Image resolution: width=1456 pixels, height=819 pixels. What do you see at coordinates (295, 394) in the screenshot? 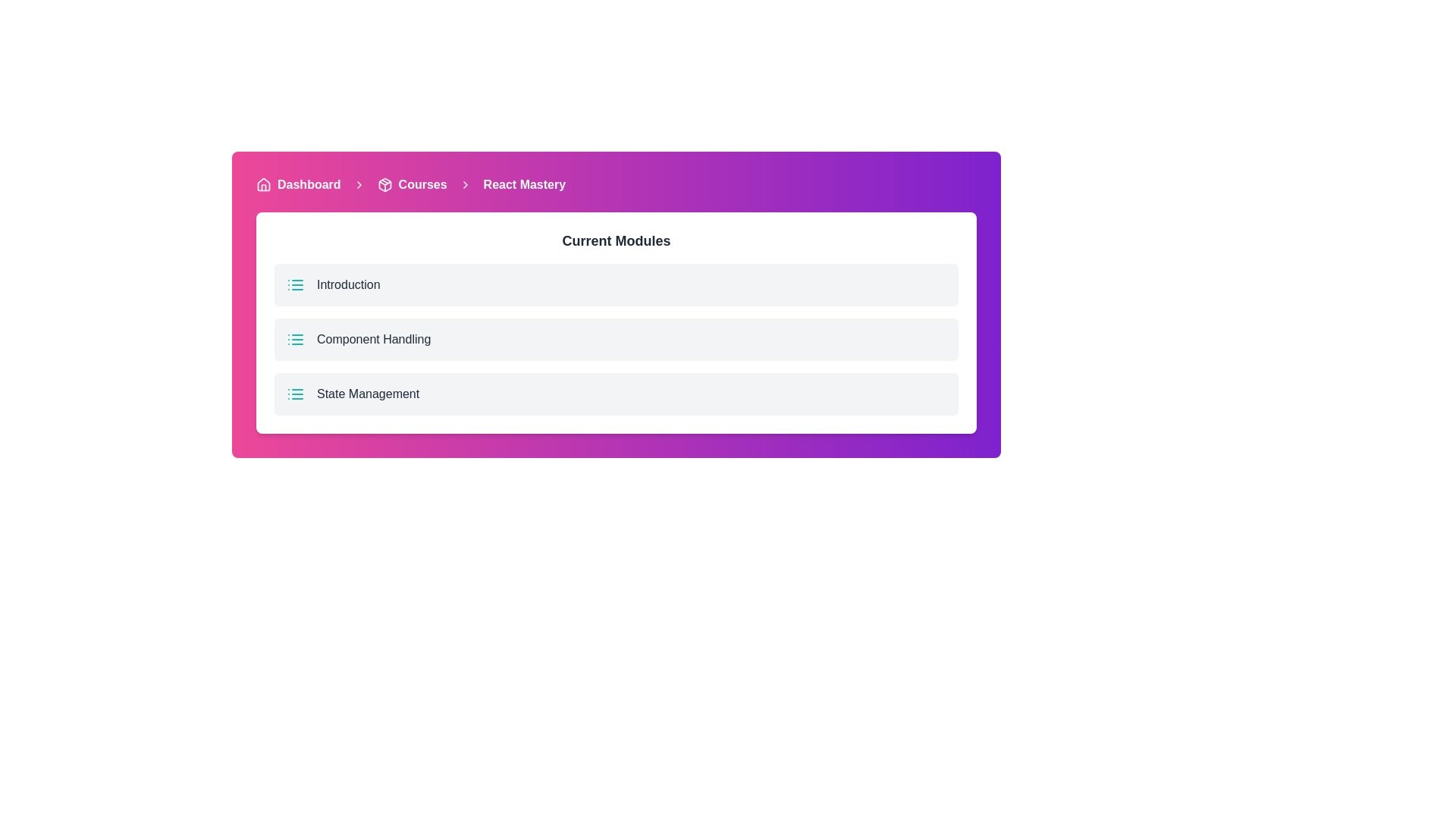
I see `the icon representing the 'State Management' module, located to the far left of the text 'State Management'` at bounding box center [295, 394].